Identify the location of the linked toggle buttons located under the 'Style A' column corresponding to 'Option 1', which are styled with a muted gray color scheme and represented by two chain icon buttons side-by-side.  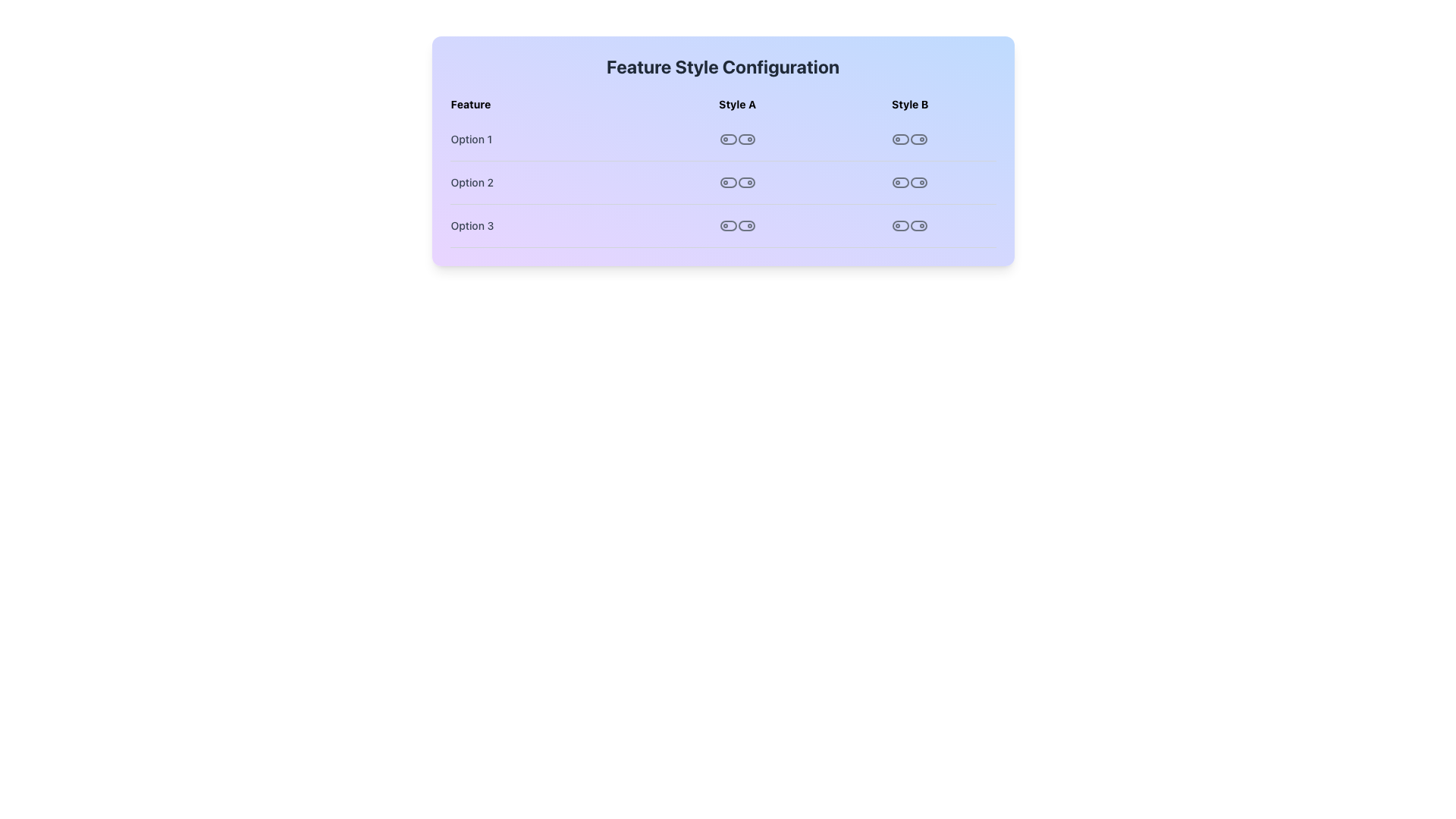
(737, 140).